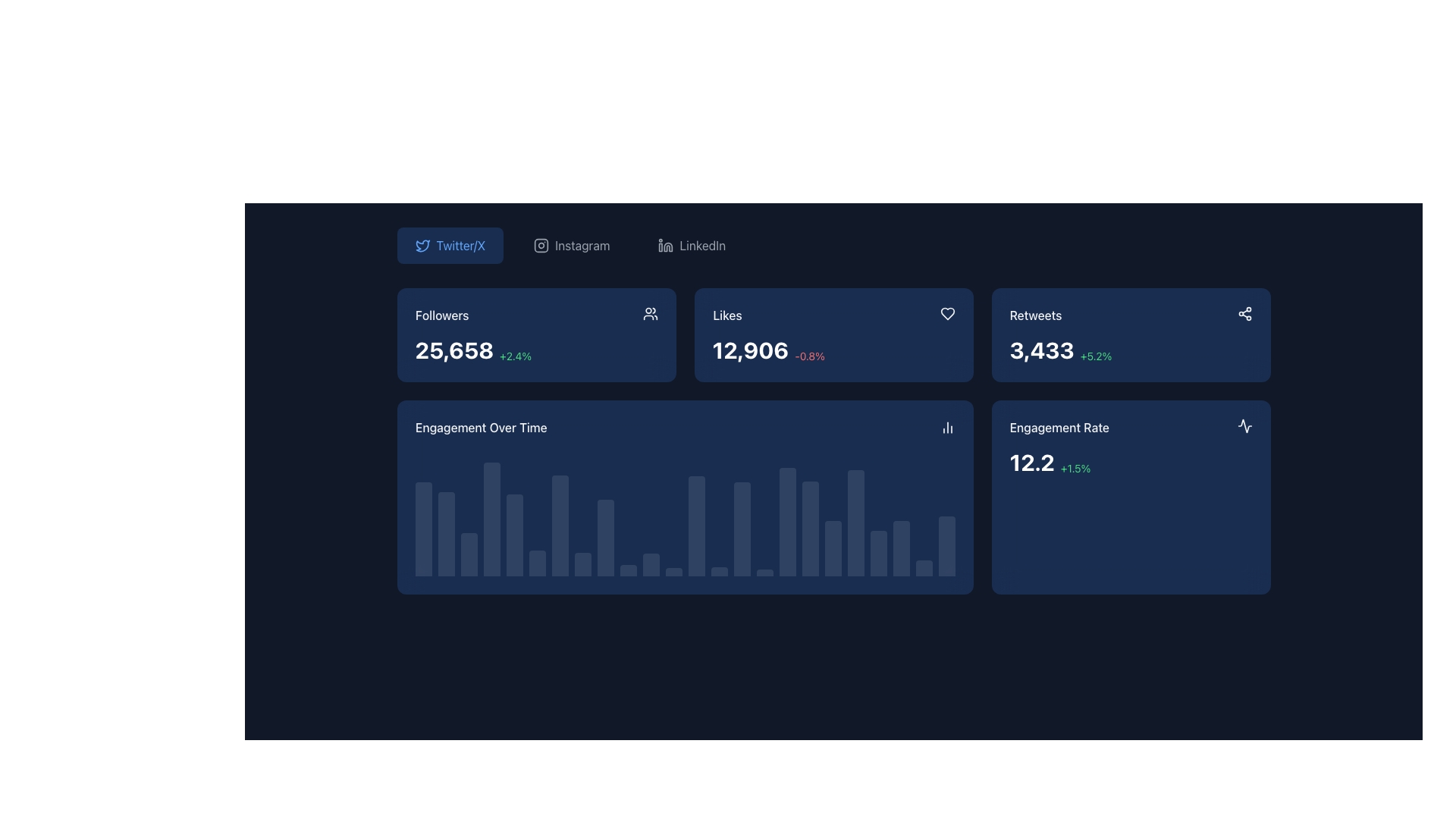 This screenshot has width=1456, height=819. What do you see at coordinates (559, 525) in the screenshot?
I see `the 7th vertical bar in the 'Engagement Over Time' bar chart, which is filled with a semi-transparent white color against a dark blue background` at bounding box center [559, 525].